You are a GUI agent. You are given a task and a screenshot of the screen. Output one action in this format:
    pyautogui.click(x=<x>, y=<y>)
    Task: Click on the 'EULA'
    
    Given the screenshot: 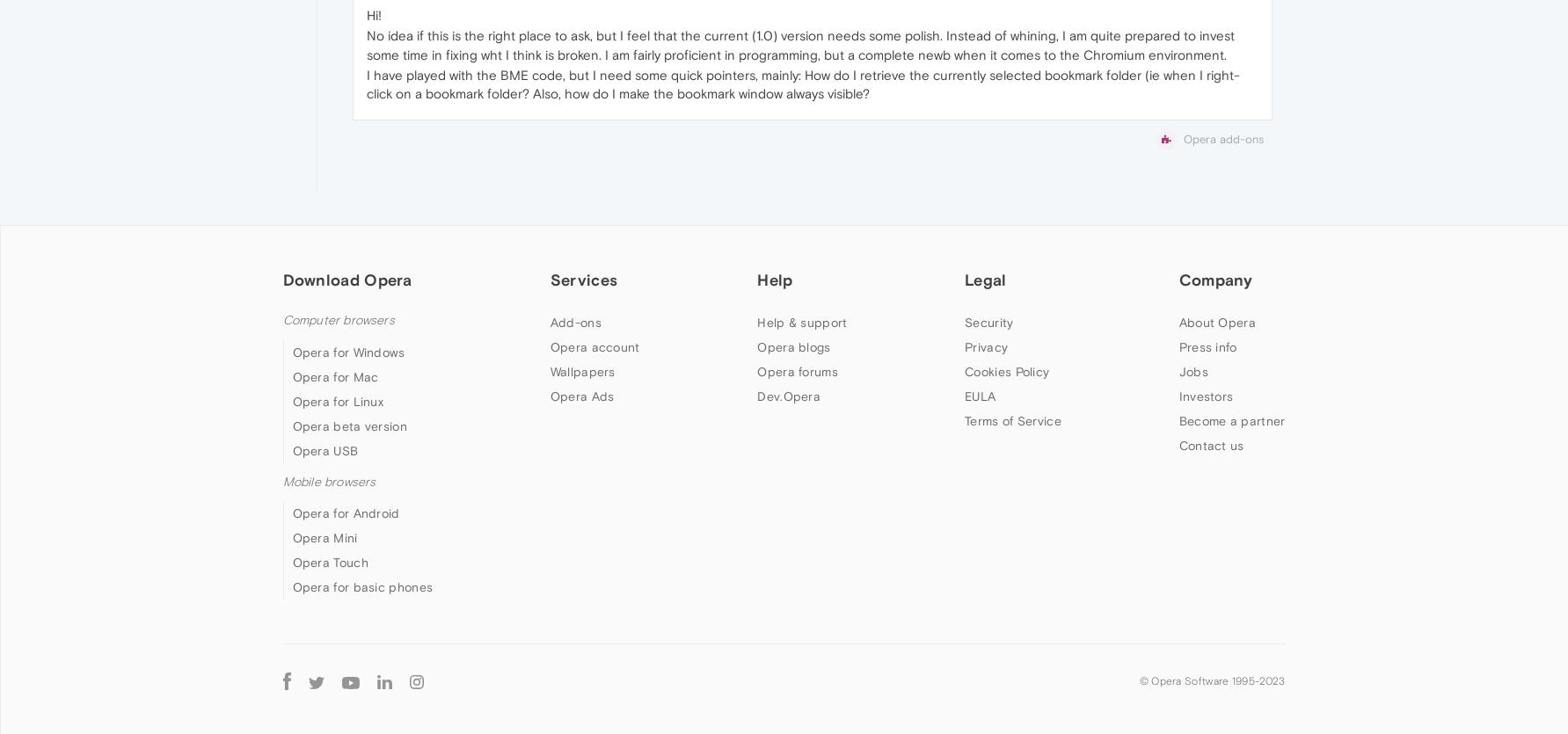 What is the action you would take?
    pyautogui.click(x=979, y=395)
    